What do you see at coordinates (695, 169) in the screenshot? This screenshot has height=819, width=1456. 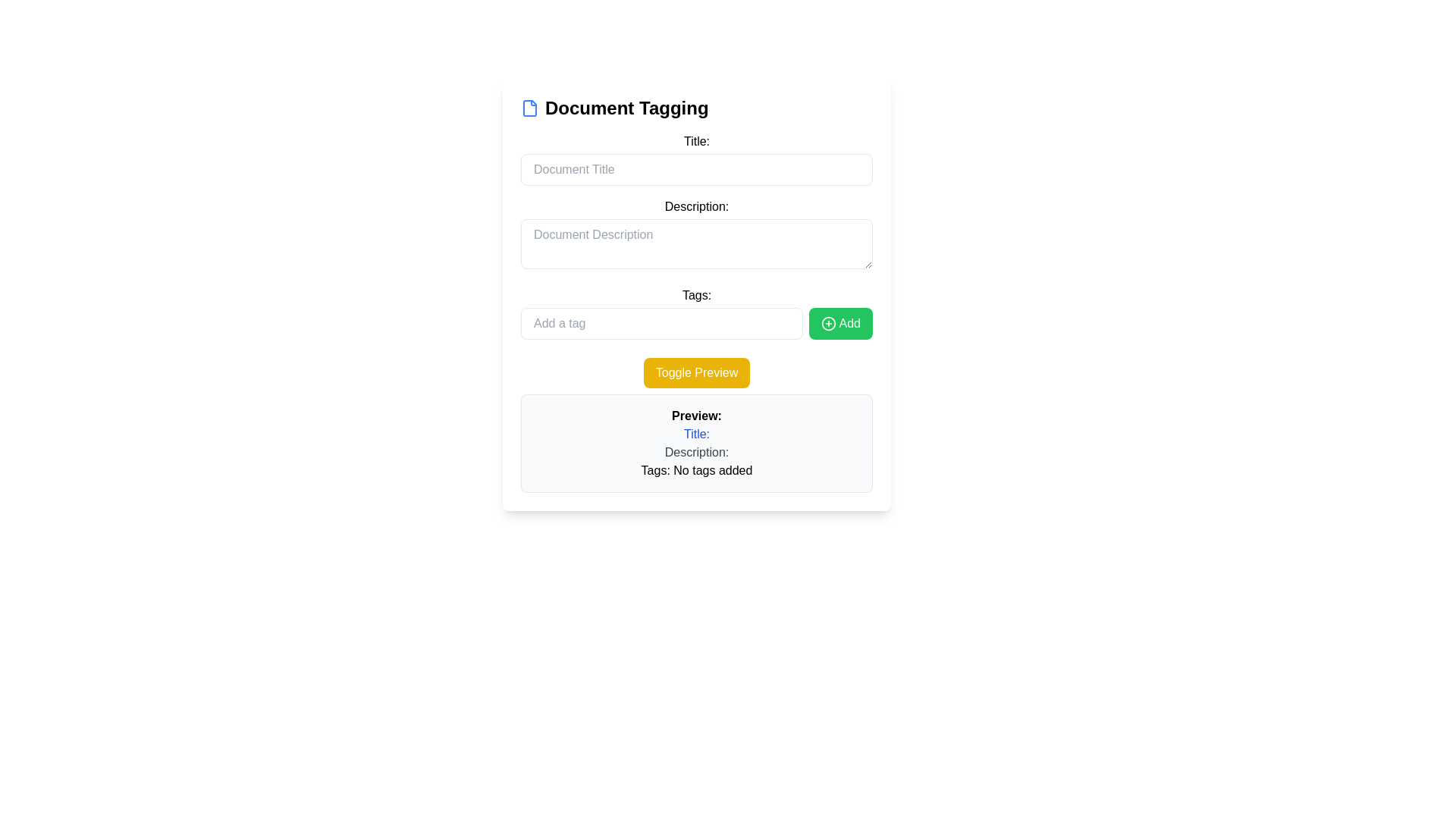 I see `the Text input box with the placeholder 'Document Title' using tab navigation to focus on it` at bounding box center [695, 169].